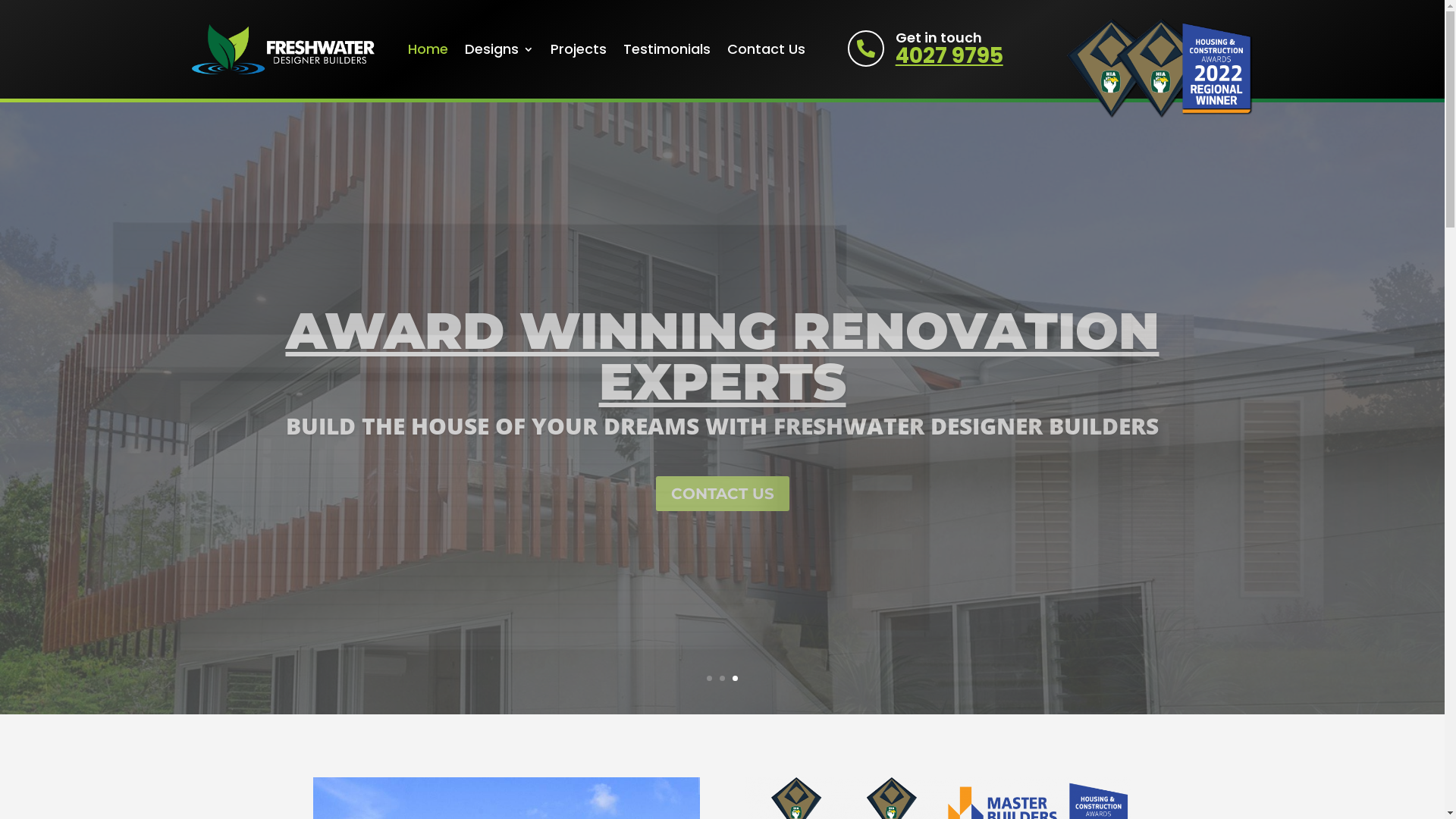 The height and width of the screenshot is (819, 1456). Describe the element at coordinates (1159, 67) in the screenshot. I see `'Award-logos-2023'` at that location.